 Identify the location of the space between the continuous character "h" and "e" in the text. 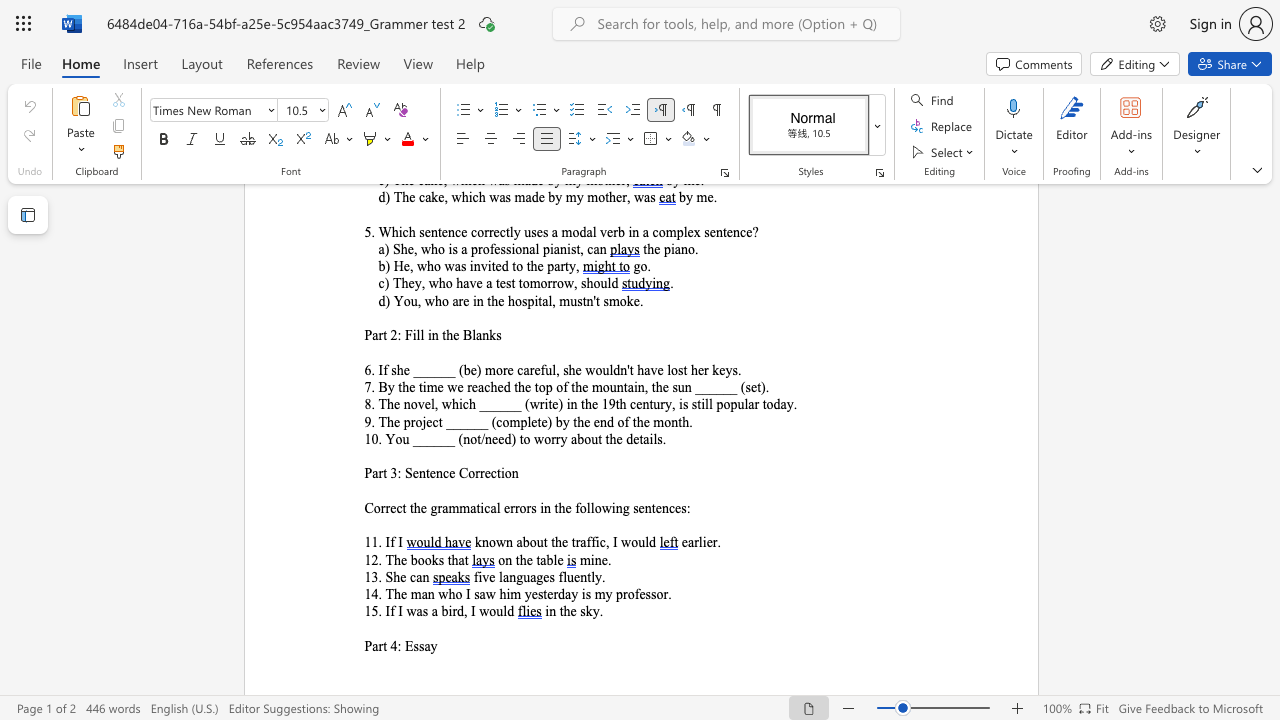
(560, 542).